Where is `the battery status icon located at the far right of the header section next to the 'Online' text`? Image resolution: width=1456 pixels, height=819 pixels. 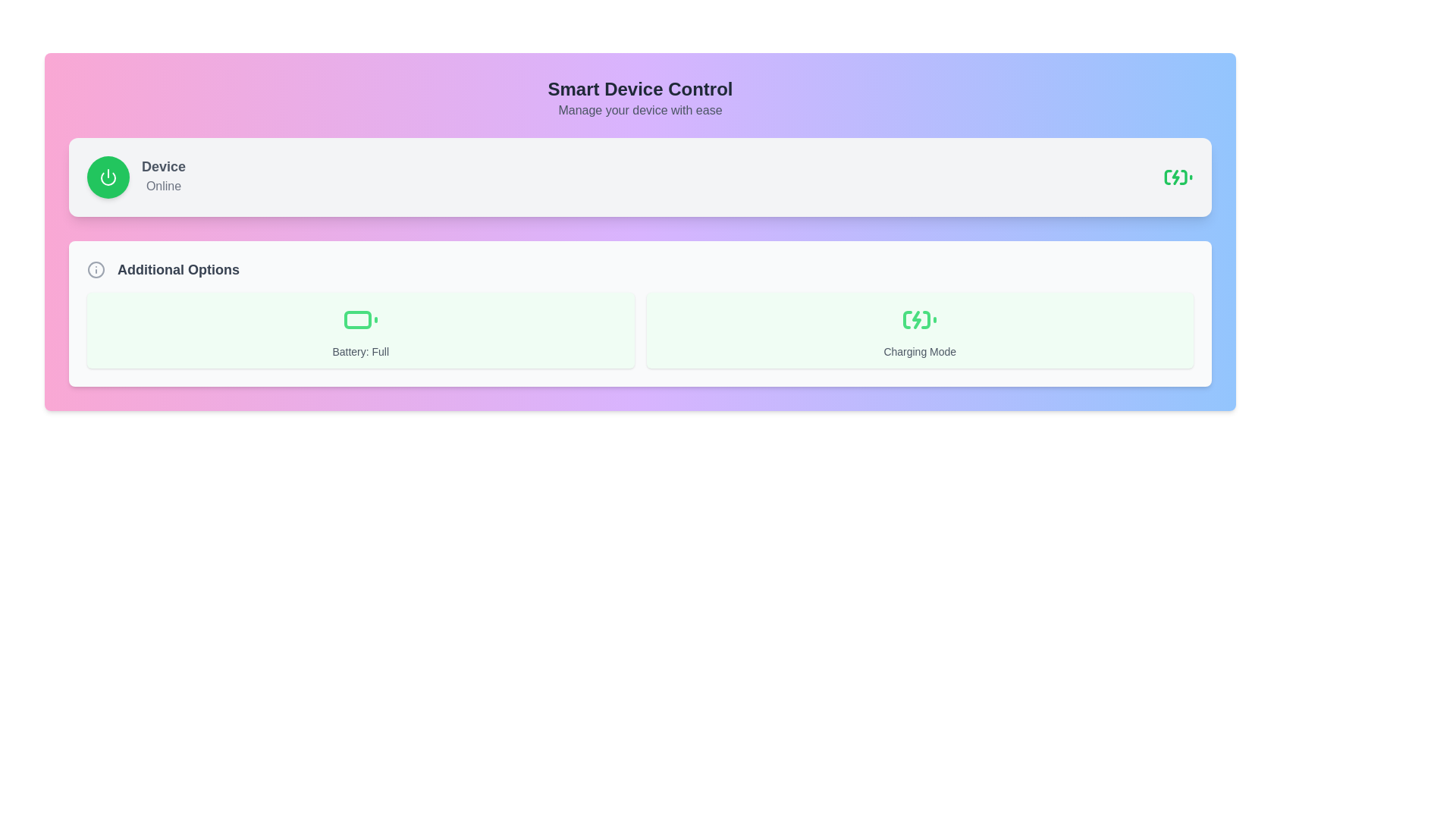
the battery status icon located at the far right of the header section next to the 'Online' text is located at coordinates (1178, 177).